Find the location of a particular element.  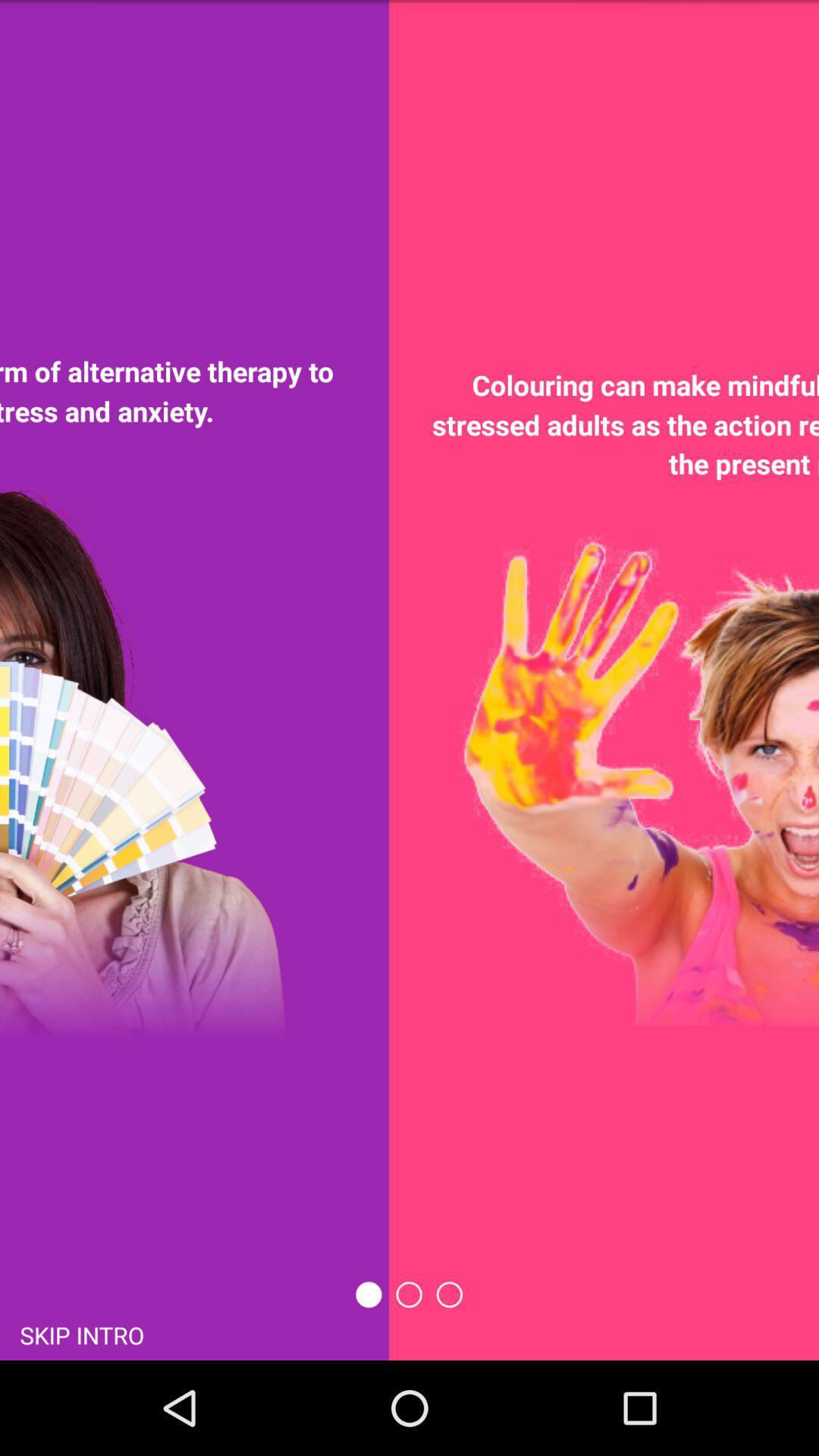

item at the bottom left corner is located at coordinates (82, 1333).